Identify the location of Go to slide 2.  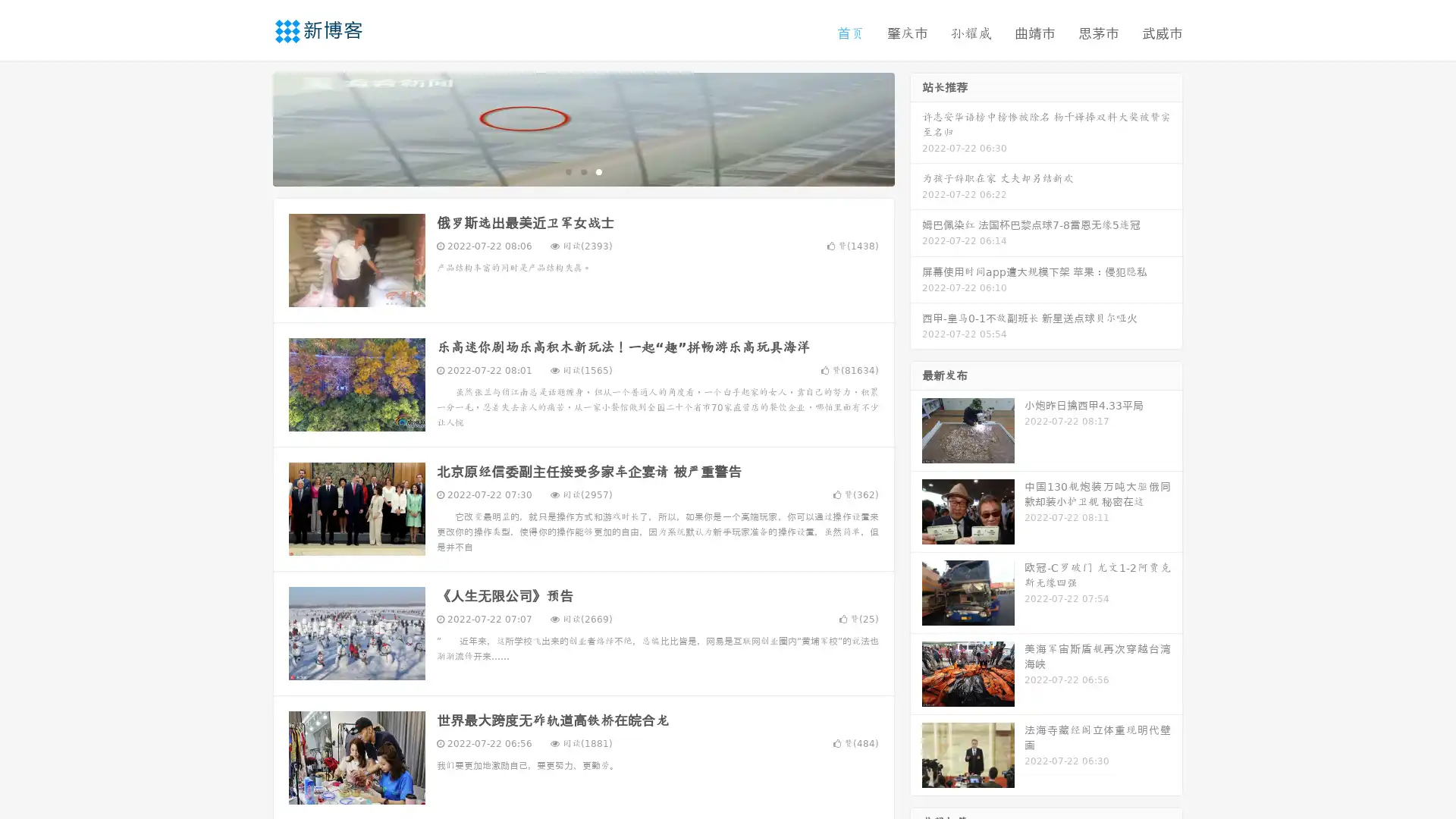
(582, 171).